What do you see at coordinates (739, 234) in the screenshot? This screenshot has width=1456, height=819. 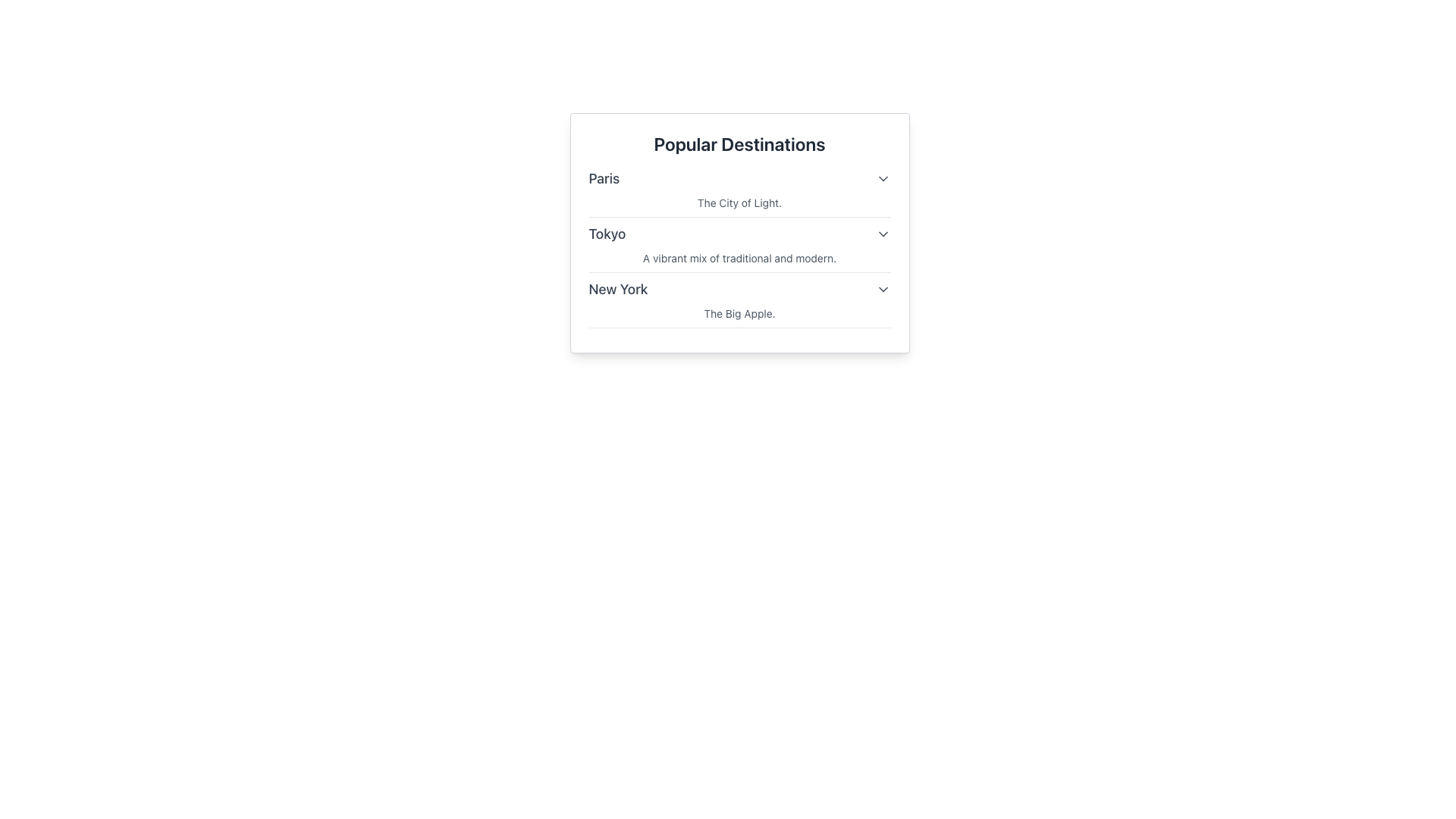 I see `the Dropdown trigger labeled 'Tokyo'` at bounding box center [739, 234].